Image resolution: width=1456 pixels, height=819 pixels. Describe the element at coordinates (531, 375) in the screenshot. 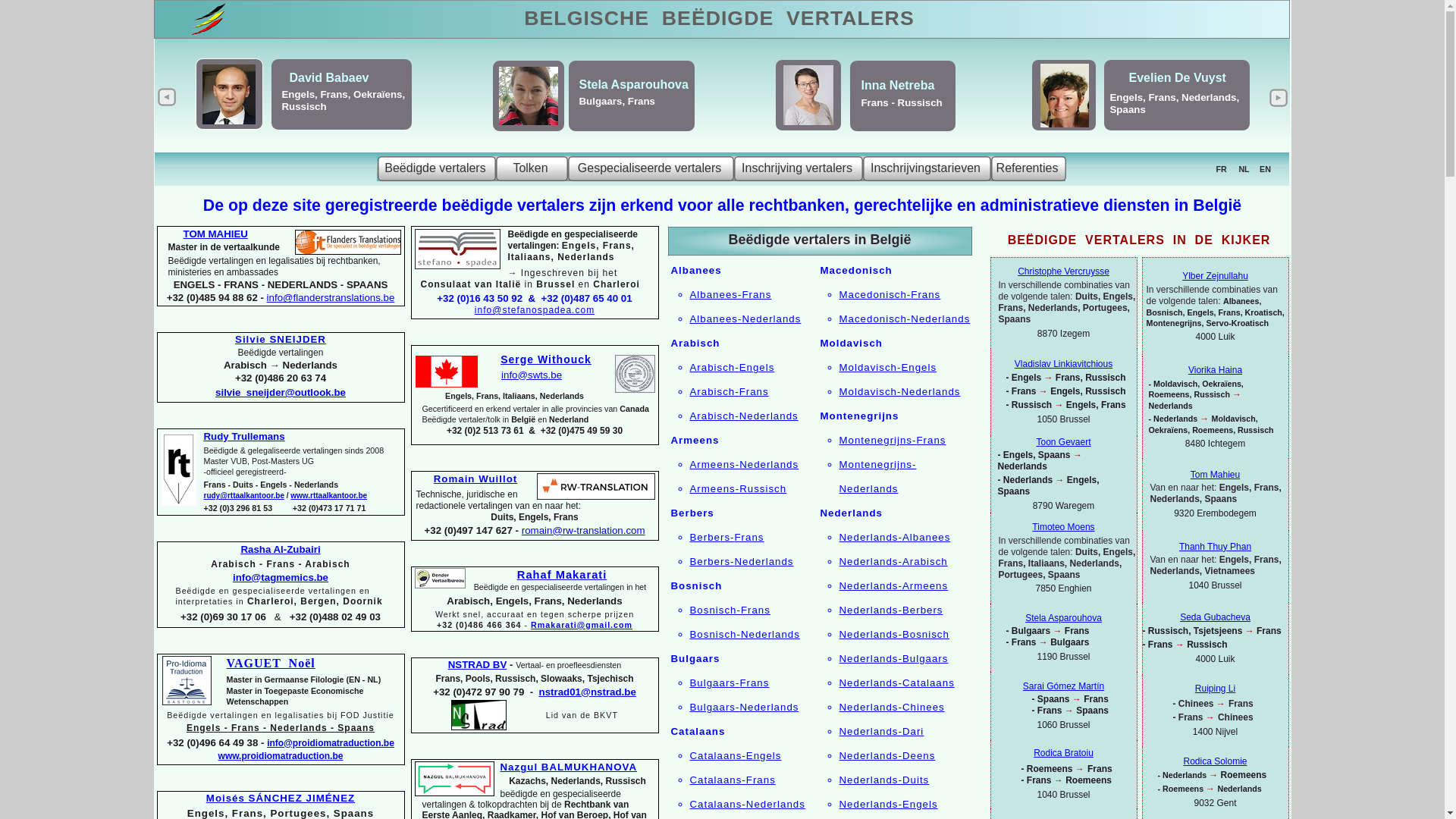

I see `'info@swts.be'` at that location.